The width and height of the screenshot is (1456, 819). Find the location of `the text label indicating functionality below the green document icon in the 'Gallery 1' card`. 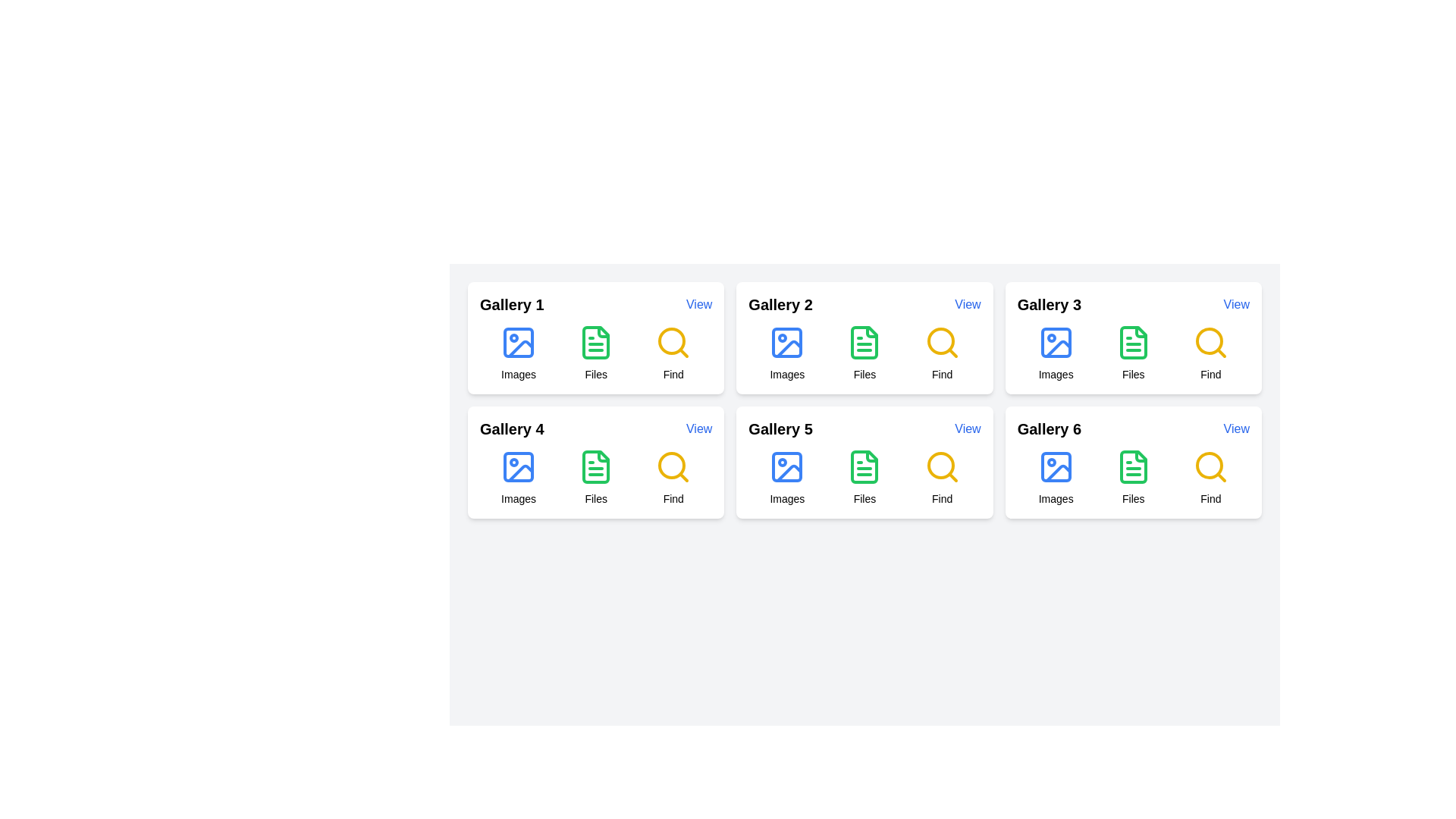

the text label indicating functionality below the green document icon in the 'Gallery 1' card is located at coordinates (595, 374).